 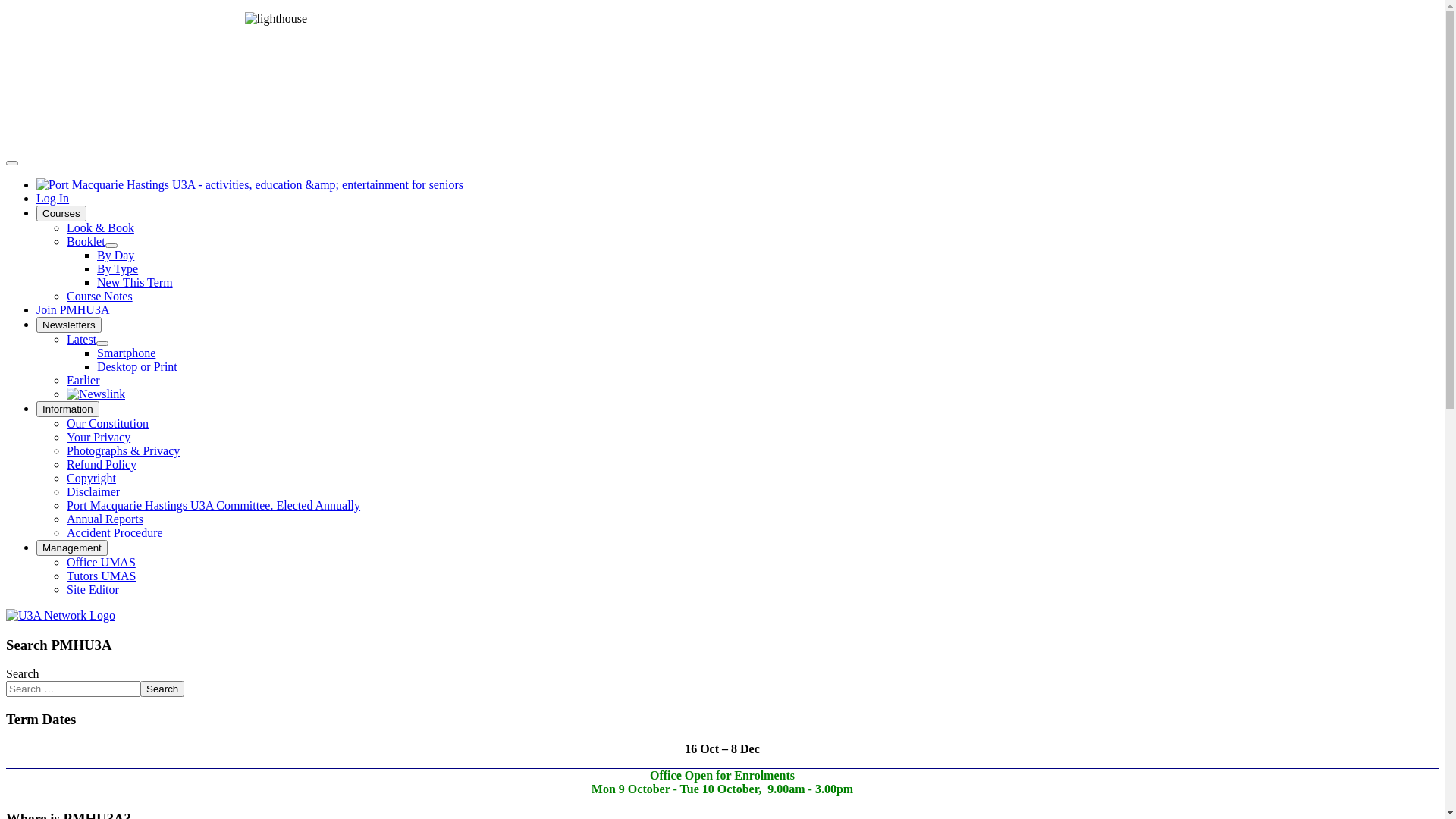 What do you see at coordinates (67, 408) in the screenshot?
I see `'Information'` at bounding box center [67, 408].